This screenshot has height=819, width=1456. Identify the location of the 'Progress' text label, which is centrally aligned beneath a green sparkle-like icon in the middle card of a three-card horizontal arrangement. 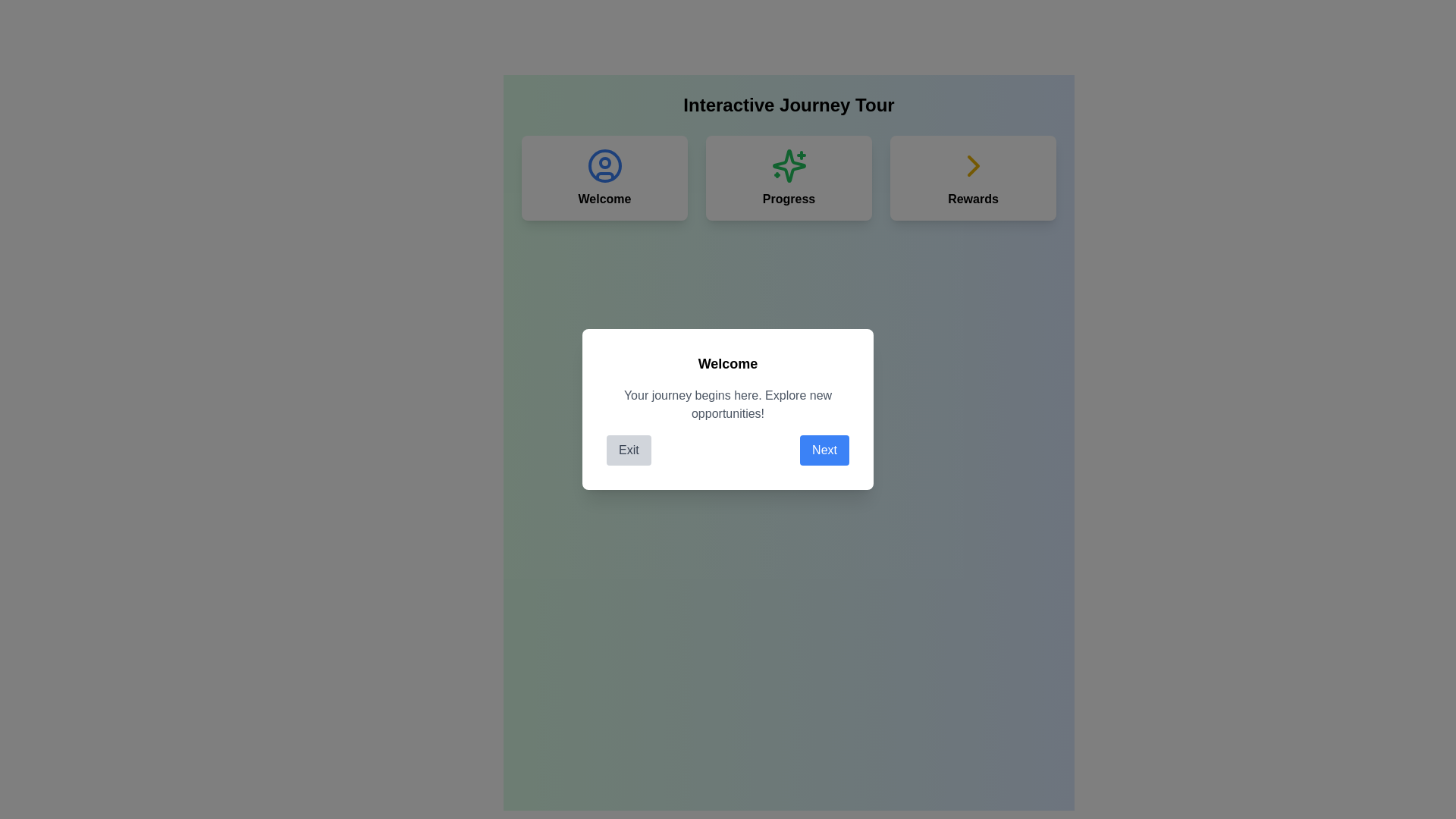
(789, 198).